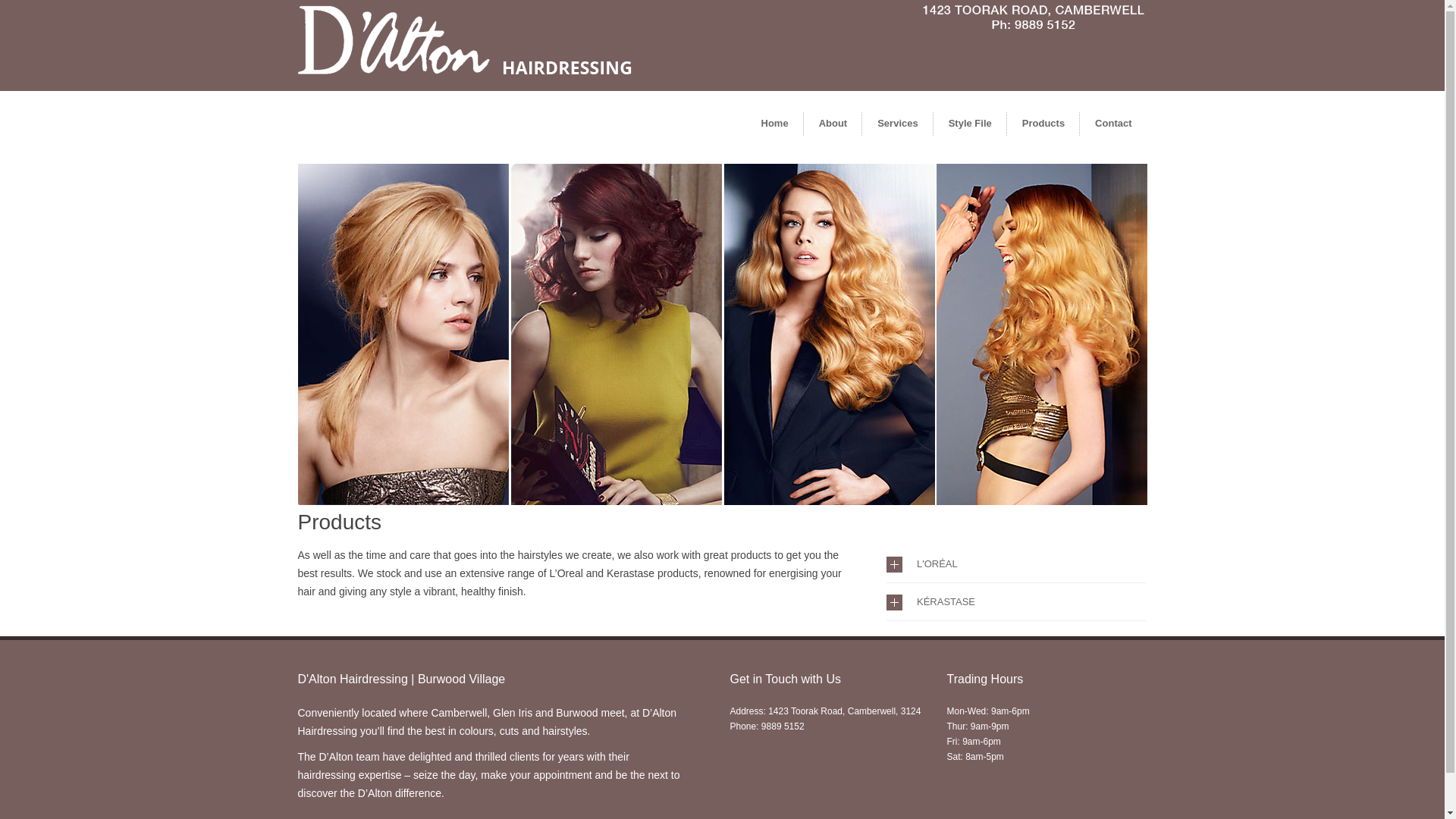 This screenshot has width=1456, height=819. I want to click on 'Home', so click(745, 122).